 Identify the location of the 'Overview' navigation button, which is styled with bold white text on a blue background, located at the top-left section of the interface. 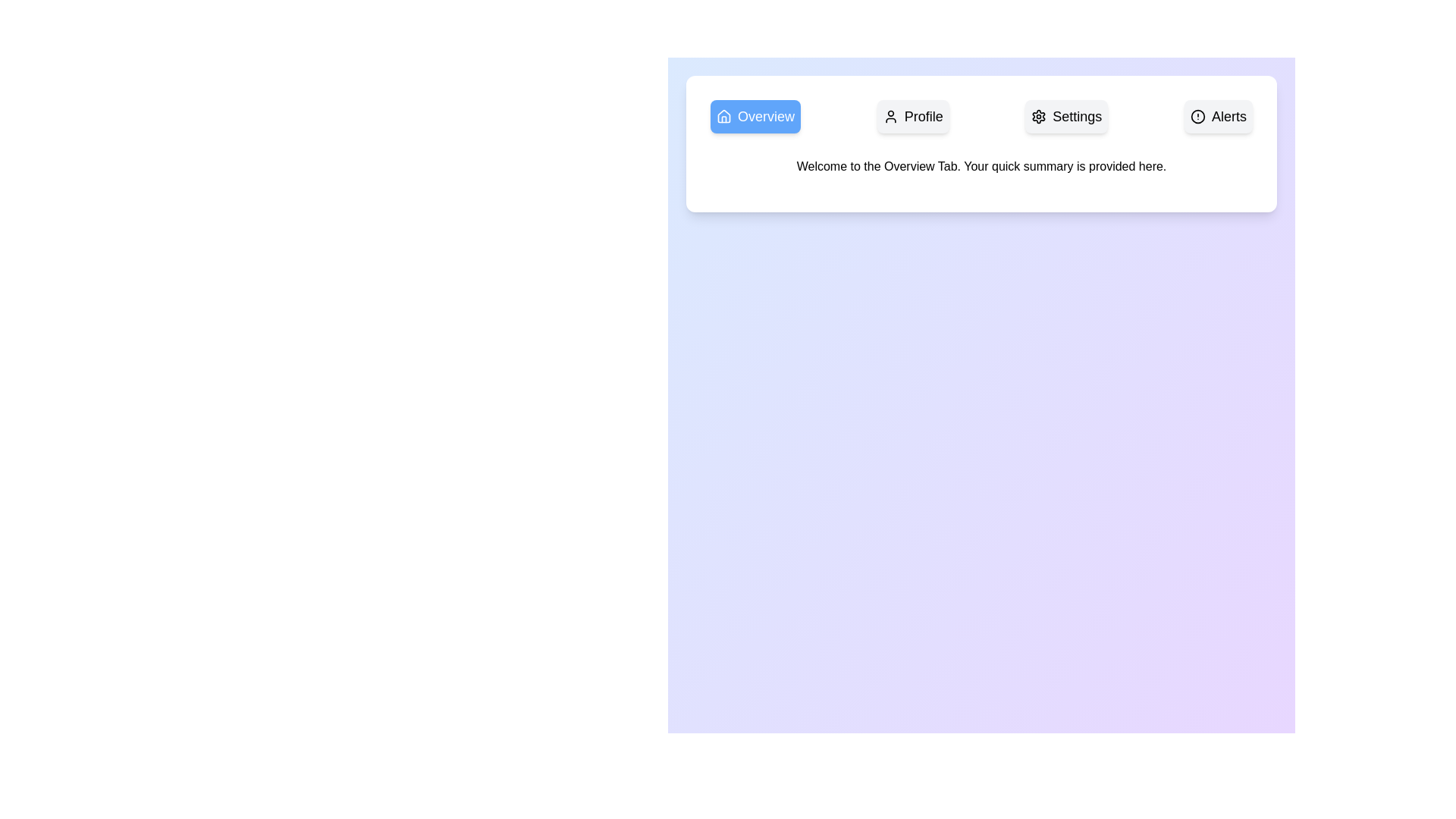
(765, 116).